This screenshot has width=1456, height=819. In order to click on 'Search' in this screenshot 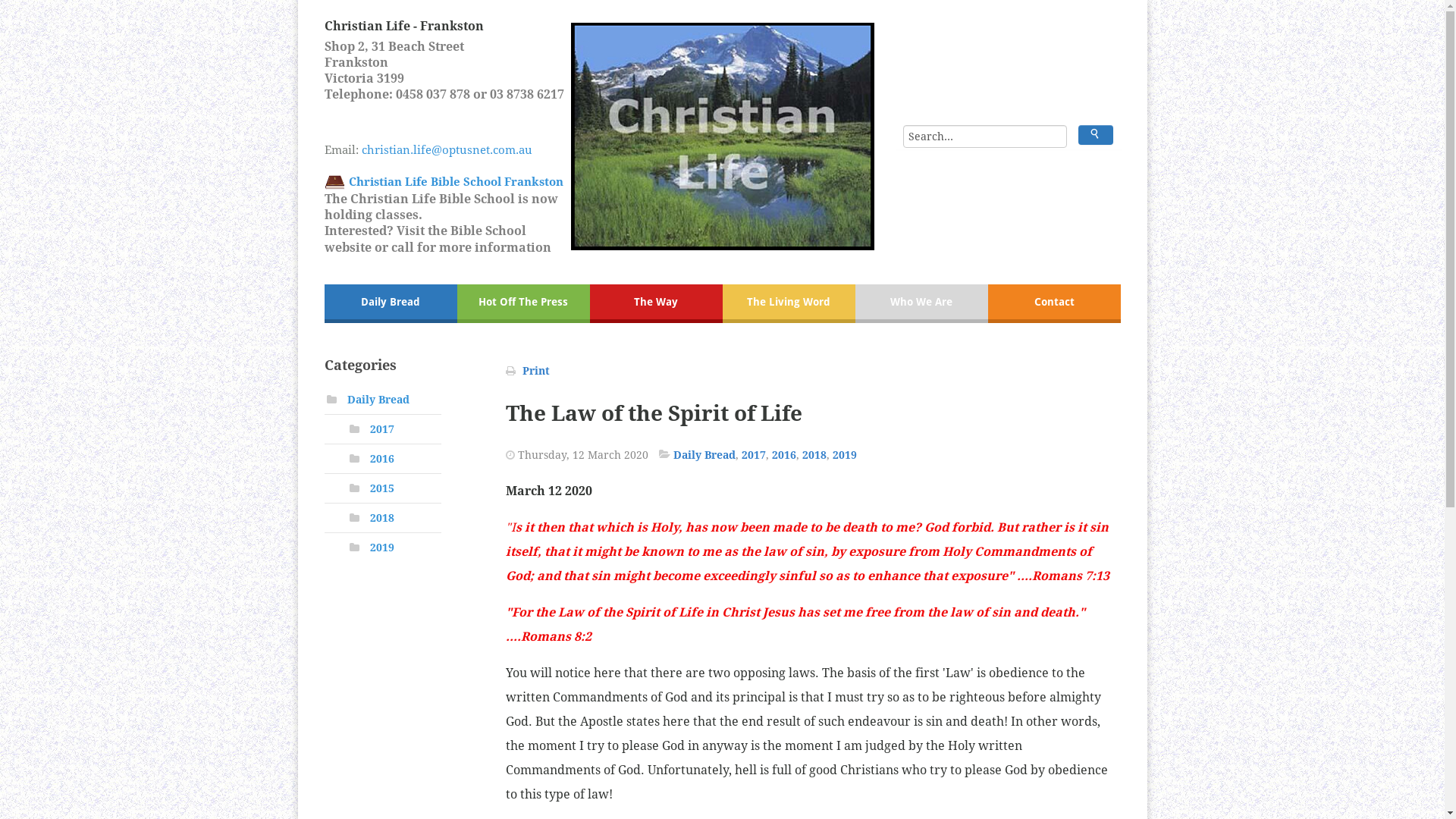, I will do `click(1095, 133)`.